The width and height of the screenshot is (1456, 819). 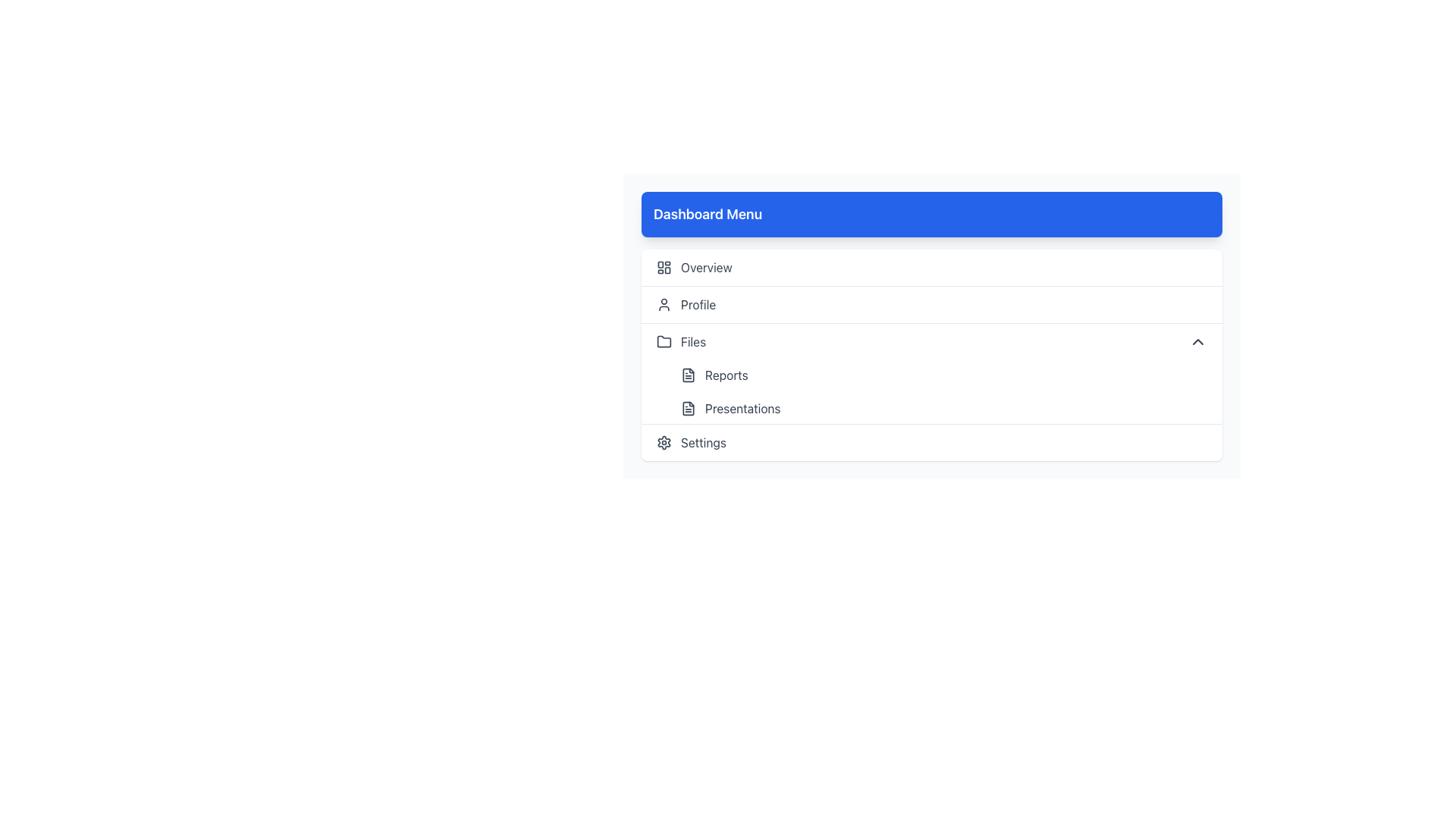 I want to click on the 'Presentations' item in the collapsible menu section, which is the third item in the list following 'Files' and 'Reports', so click(x=930, y=373).